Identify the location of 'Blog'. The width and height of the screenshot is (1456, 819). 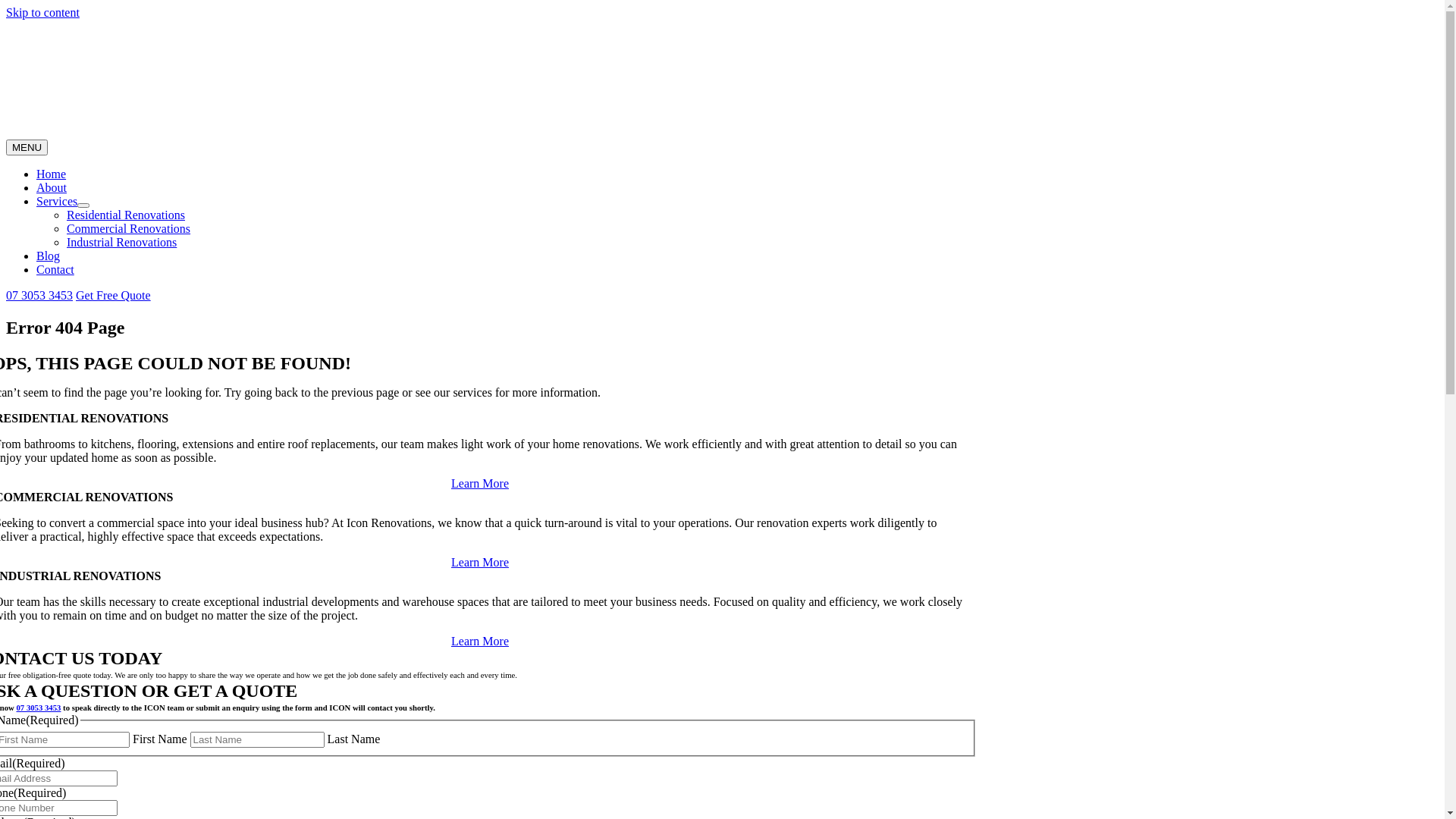
(48, 255).